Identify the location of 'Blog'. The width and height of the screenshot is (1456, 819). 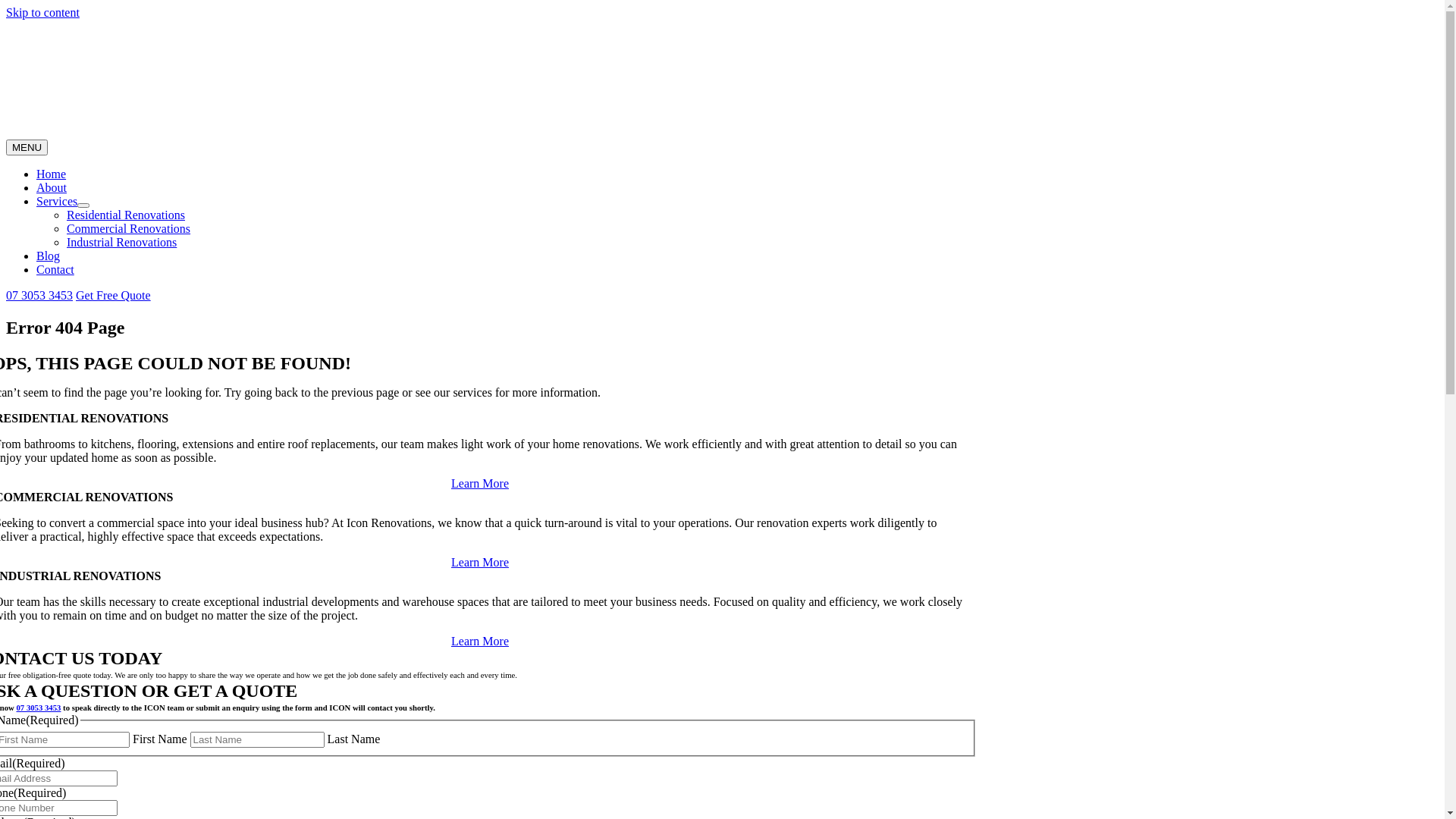
(48, 255).